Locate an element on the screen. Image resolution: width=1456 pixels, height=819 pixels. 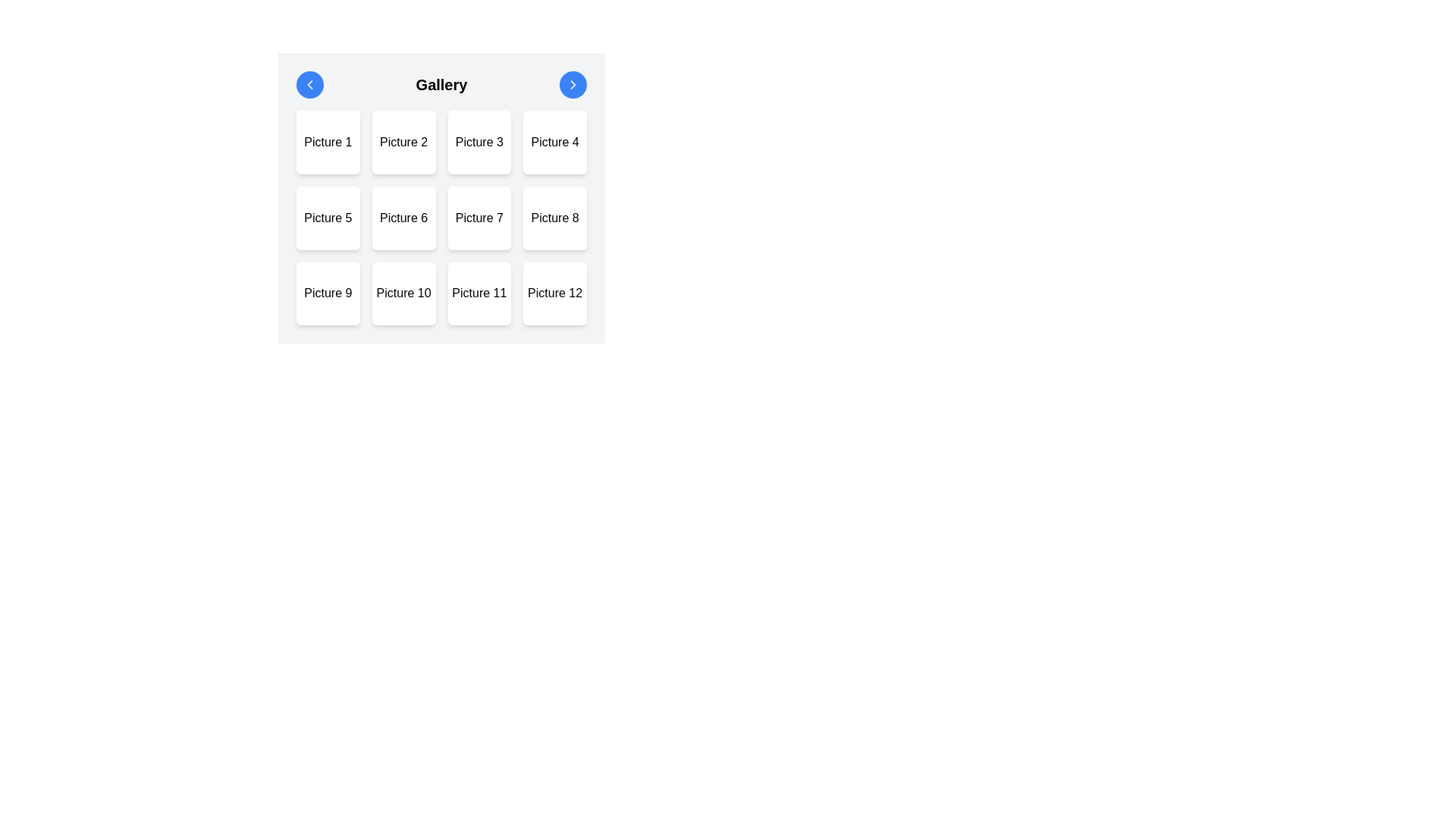
the button-like grid item labeled 'Picture 5', which is a square box with a white background and black text, located in the second row and first column of a 4x3 grid layout is located at coordinates (327, 218).